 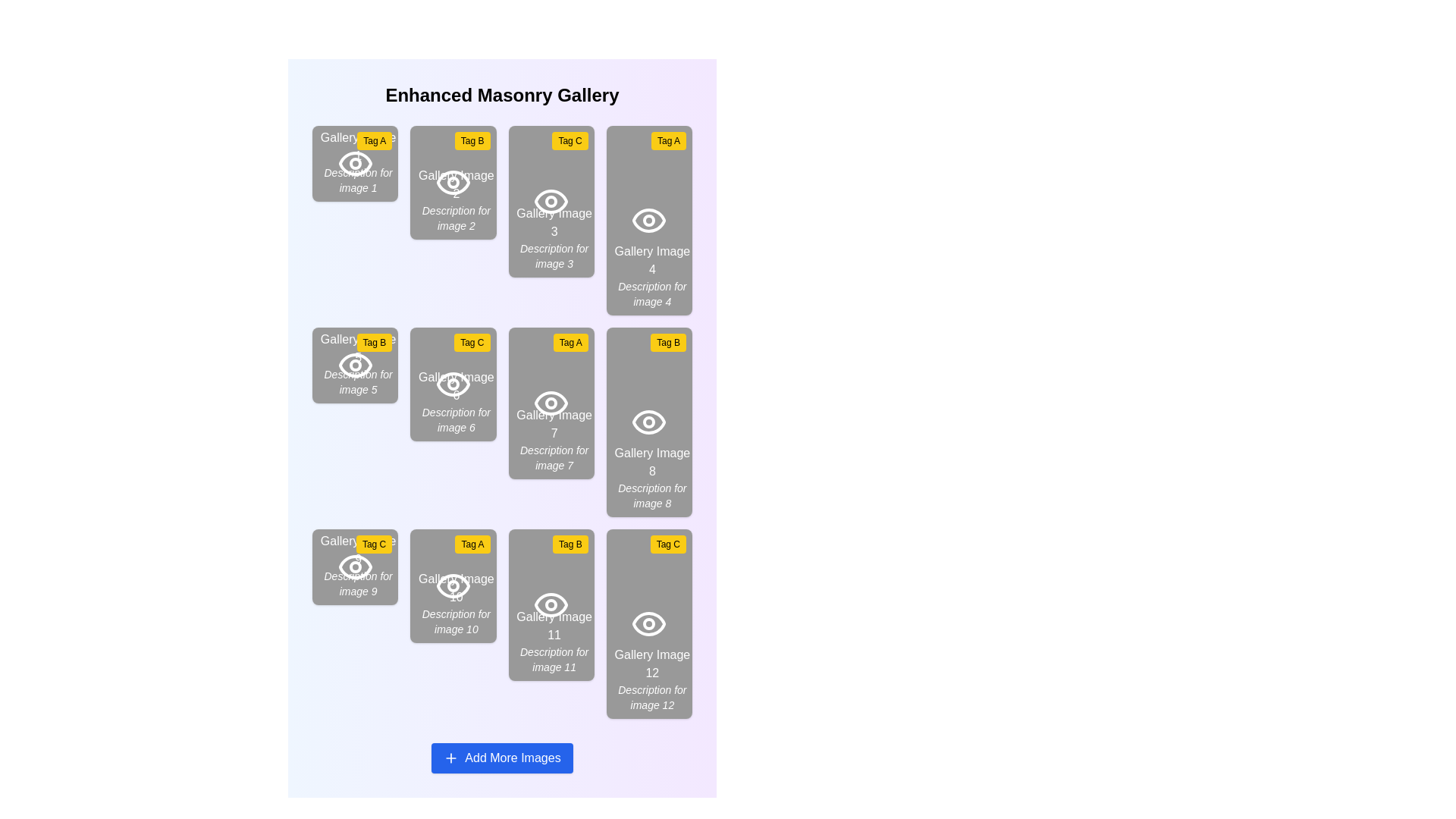 What do you see at coordinates (452, 585) in the screenshot?
I see `the Image tile located in the bottom-left section of the gallery grid, specifically the second element in the fourth row` at bounding box center [452, 585].